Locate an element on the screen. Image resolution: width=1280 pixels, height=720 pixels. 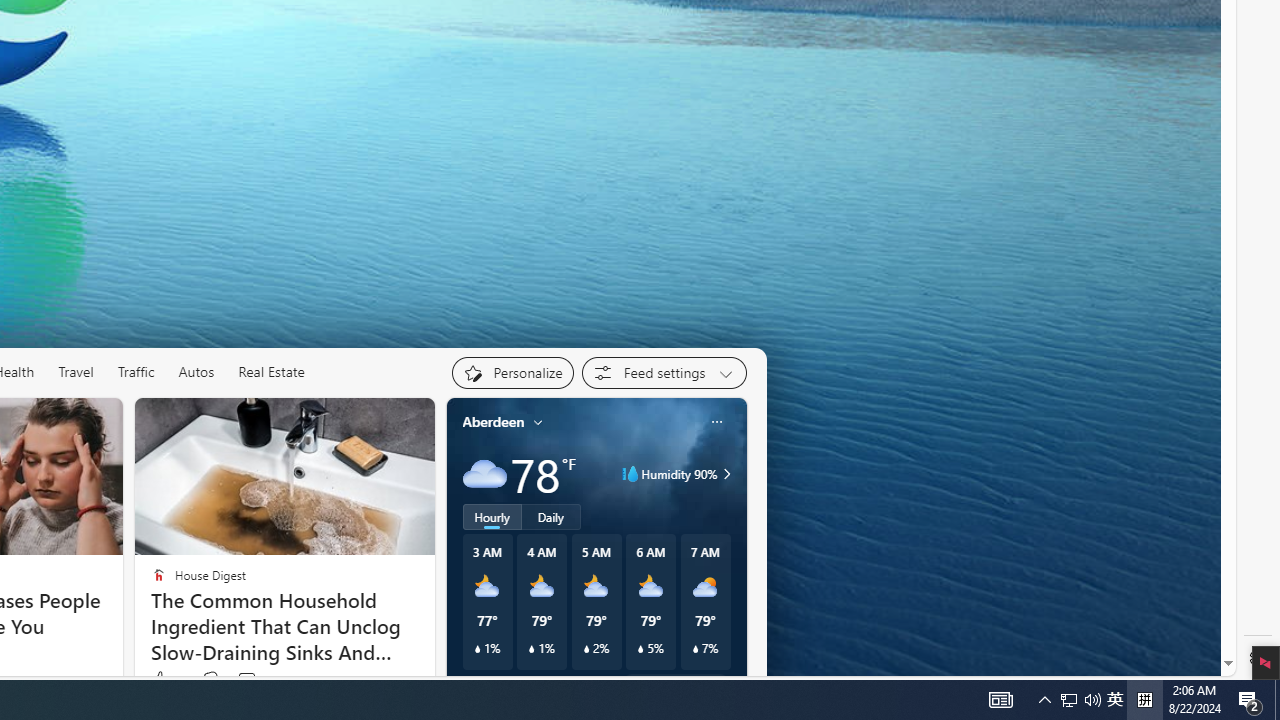
'Autos' is located at coordinates (196, 372).